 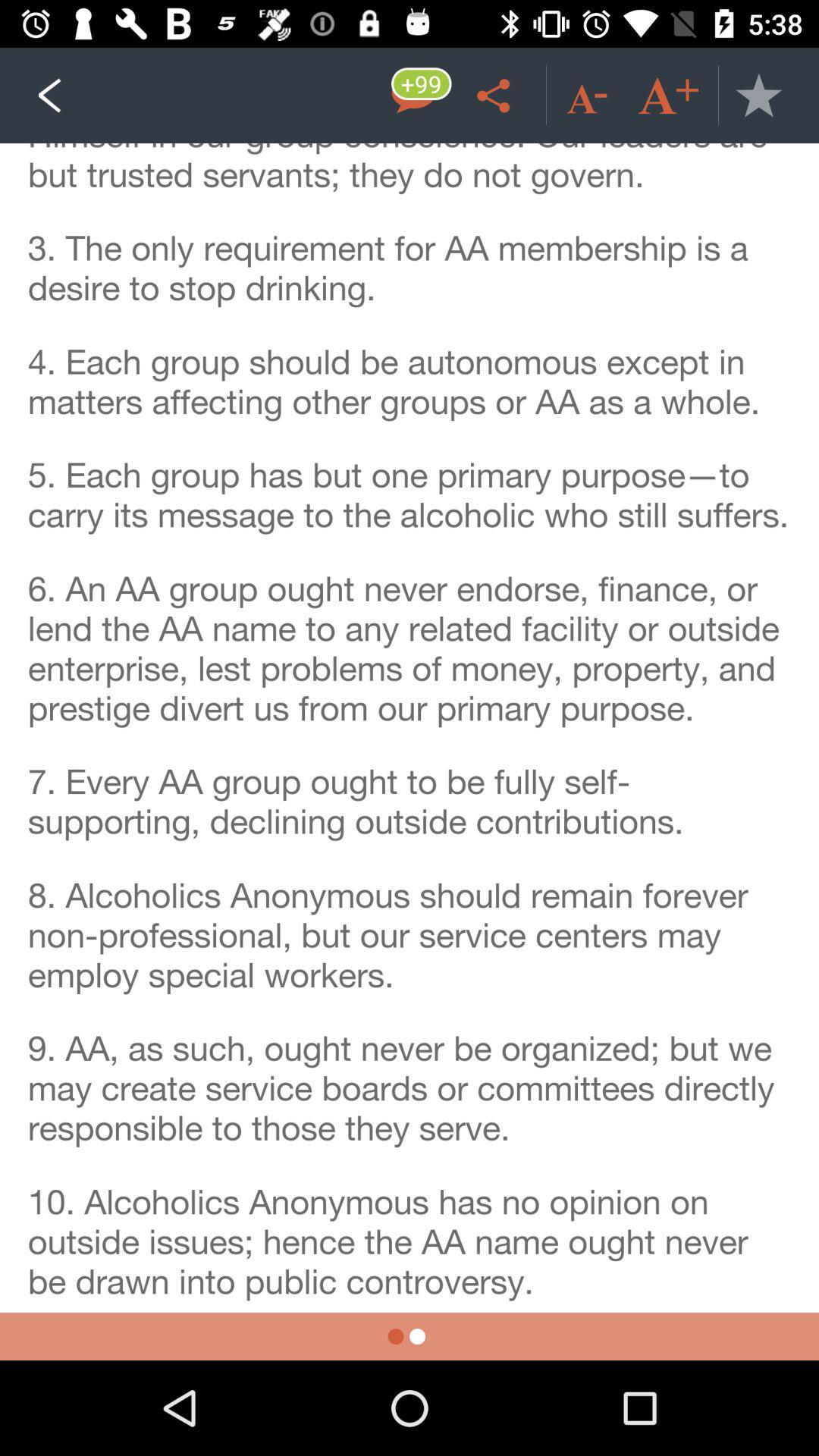 I want to click on favourite, so click(x=758, y=94).